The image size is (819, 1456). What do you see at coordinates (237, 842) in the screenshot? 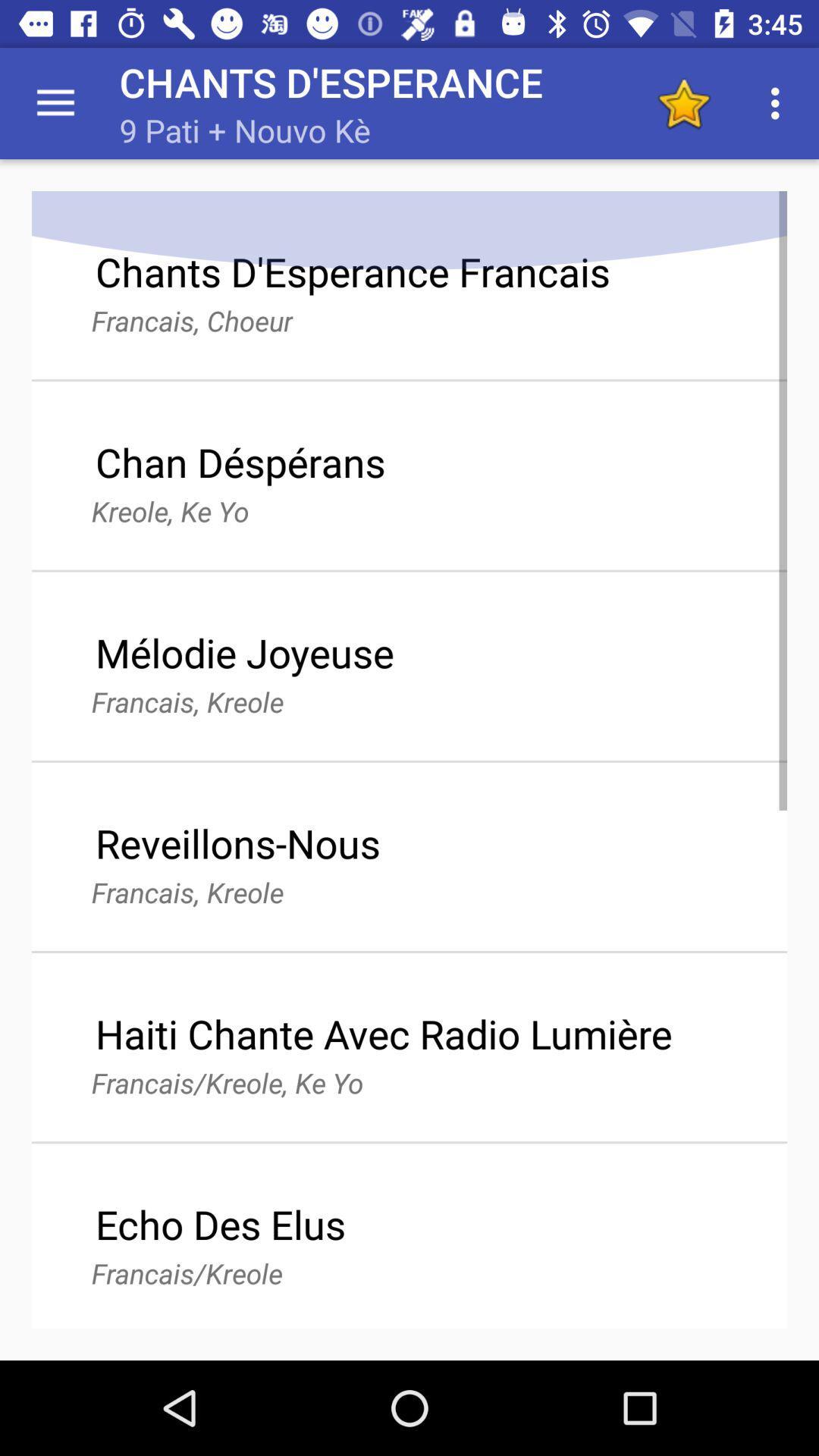
I see `item above the francais, kreole` at bounding box center [237, 842].